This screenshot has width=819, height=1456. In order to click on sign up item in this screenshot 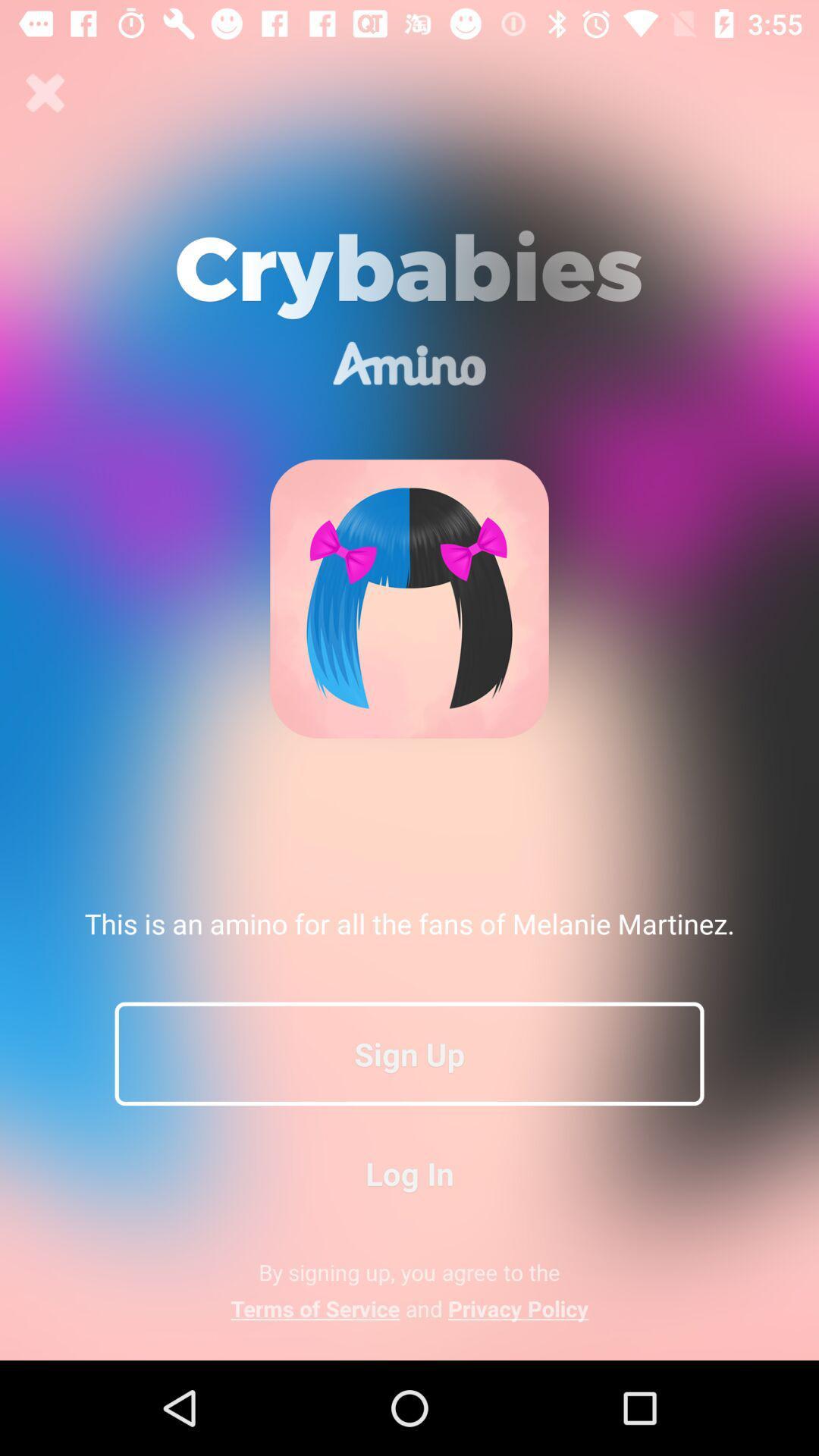, I will do `click(409, 1053)`.